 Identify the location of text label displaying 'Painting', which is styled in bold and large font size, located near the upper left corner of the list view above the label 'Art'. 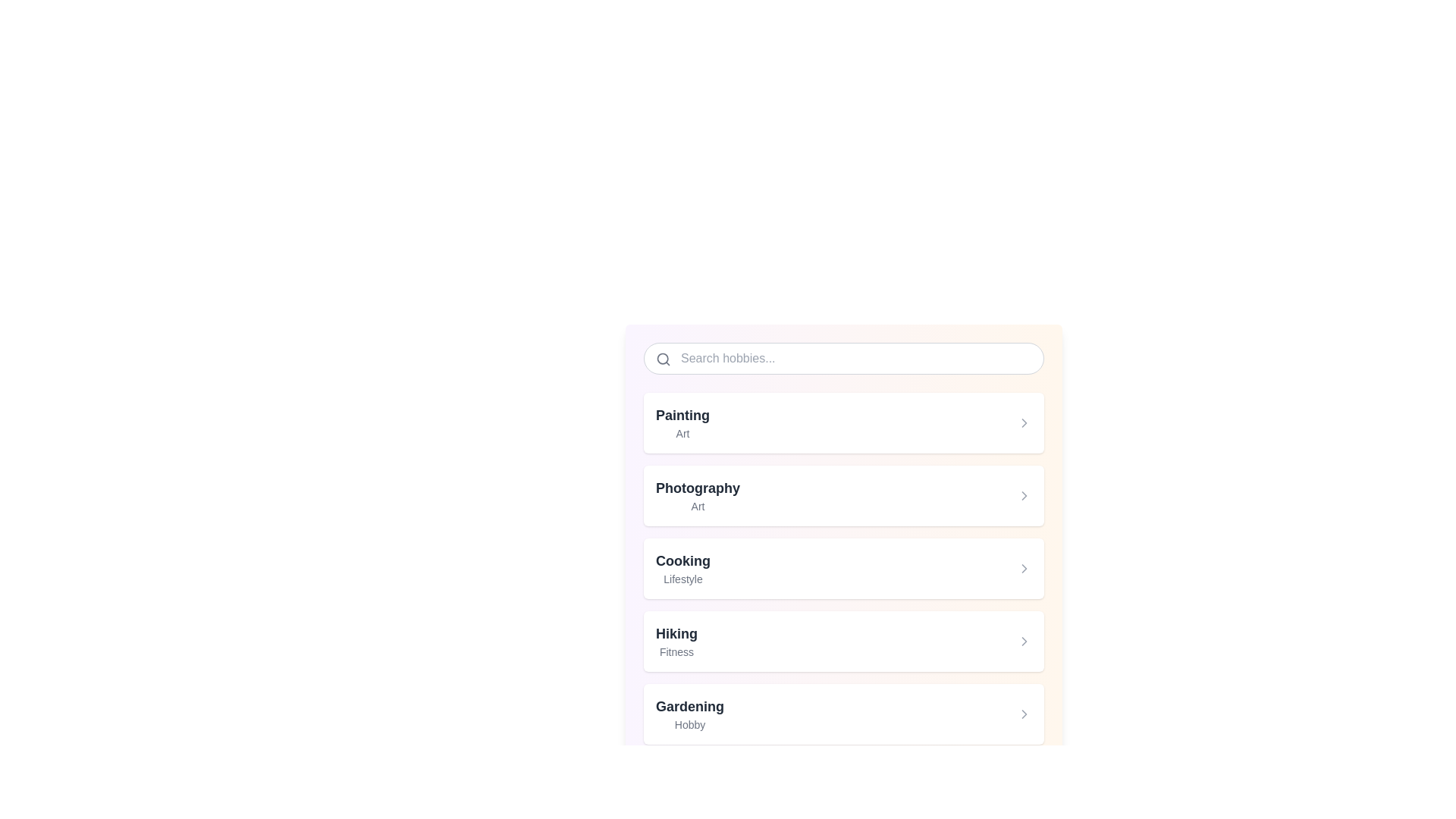
(682, 415).